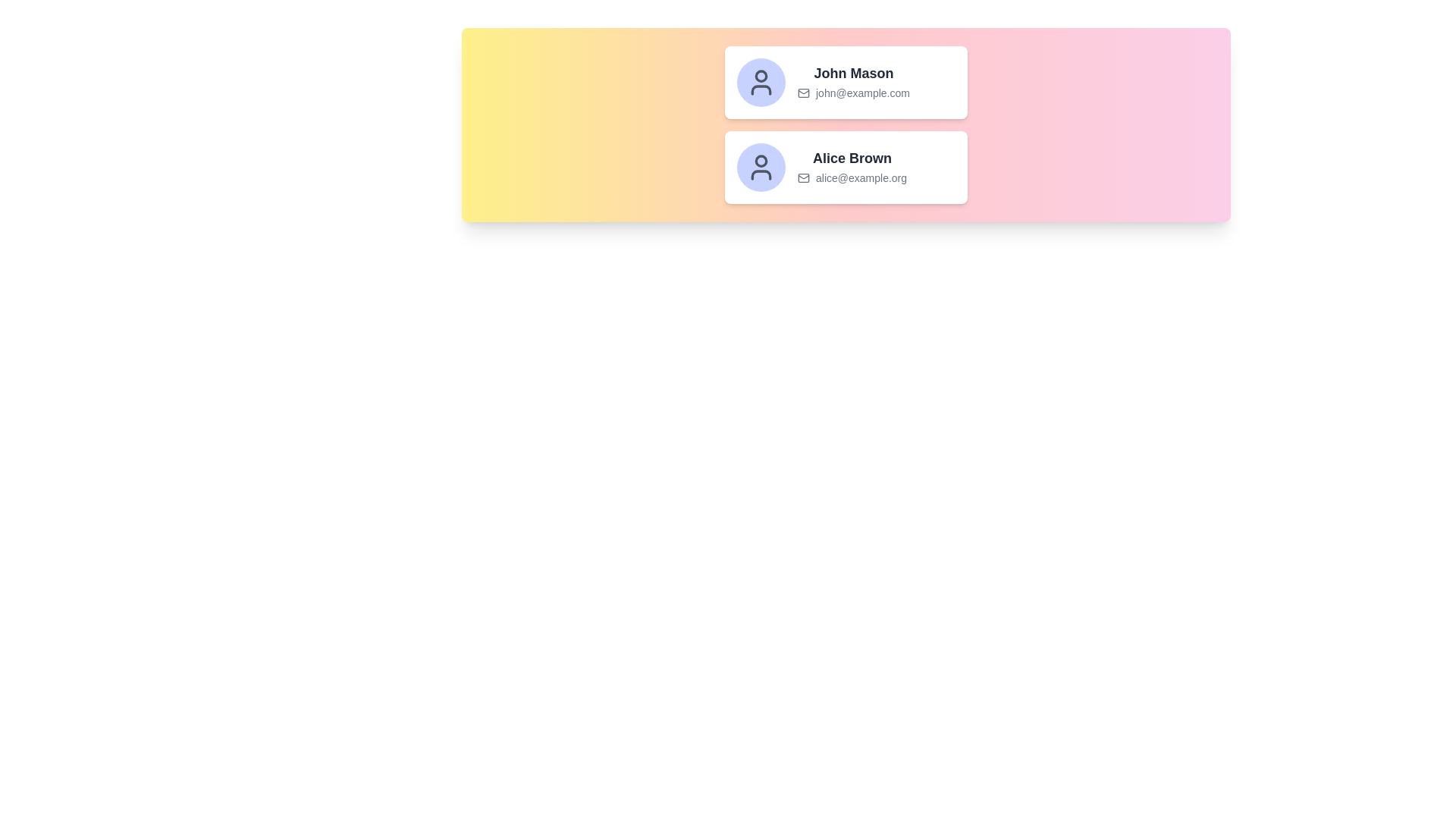 The image size is (1456, 819). What do you see at coordinates (761, 82) in the screenshot?
I see `the user profile icon located at the top of the vertically stacked group of two user profiles` at bounding box center [761, 82].